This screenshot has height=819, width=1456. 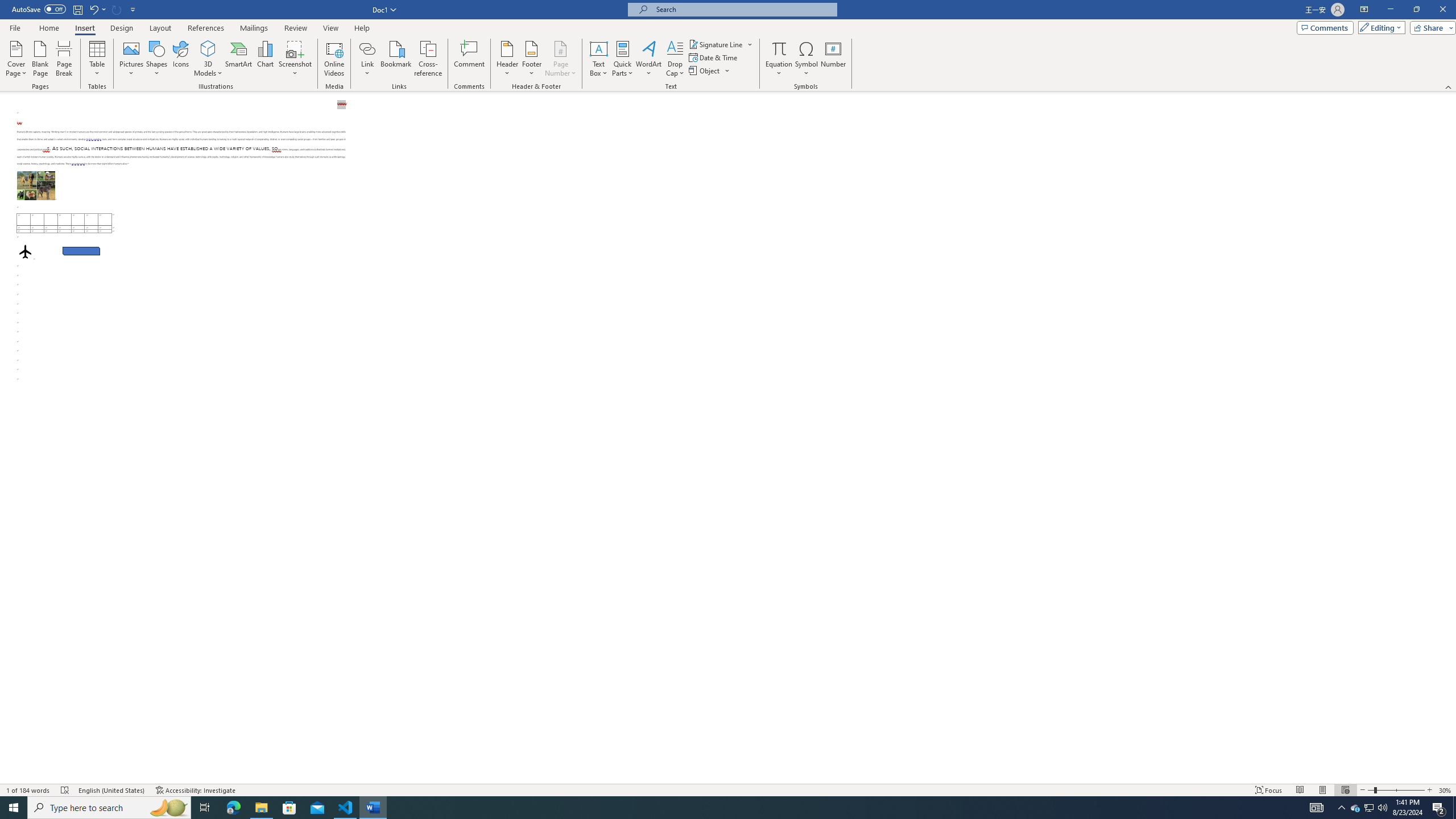 I want to click on 'Quick Access Toolbar', so click(x=74, y=9).